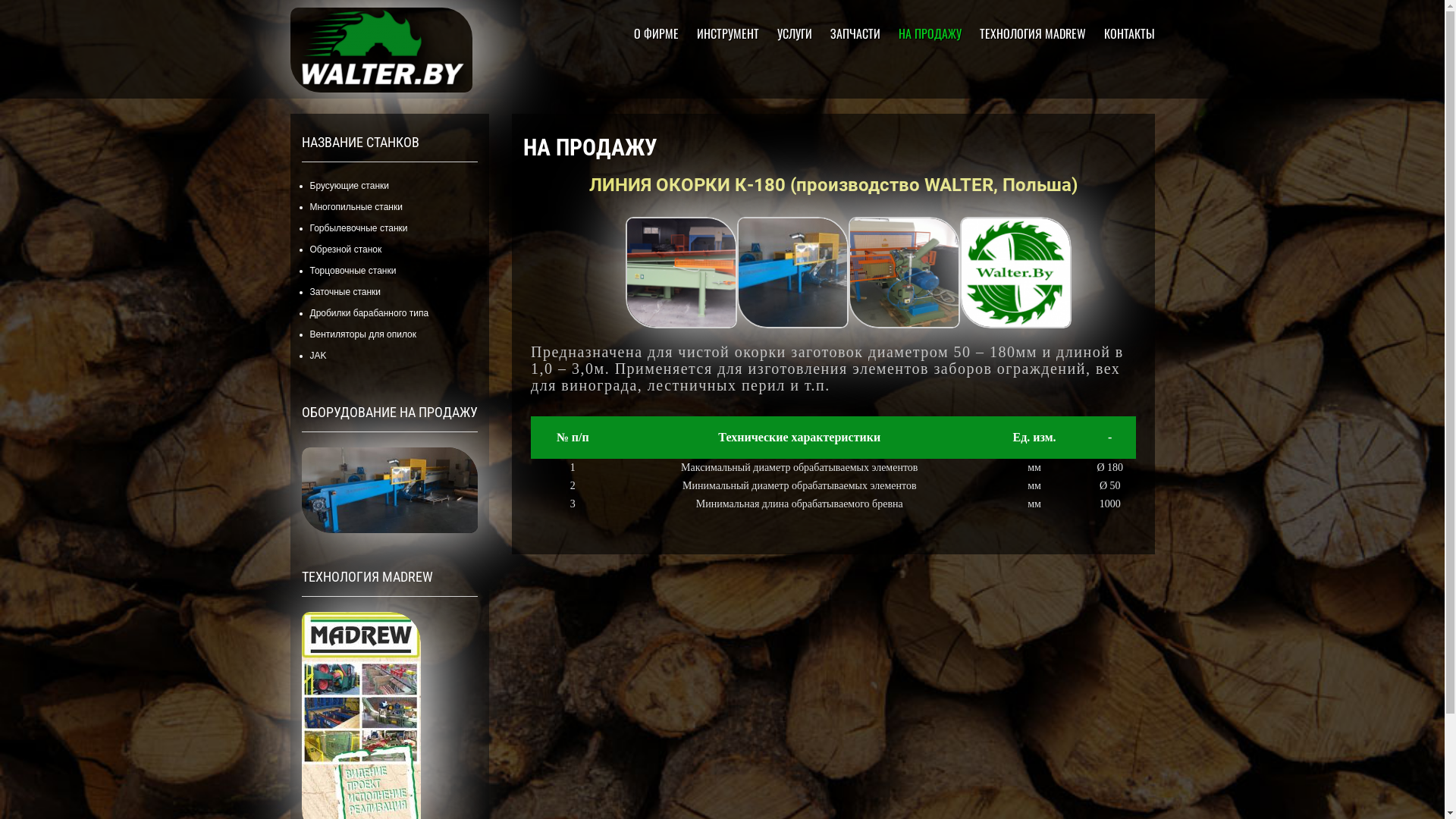 This screenshot has height=819, width=1456. What do you see at coordinates (316, 356) in the screenshot?
I see `'JAK'` at bounding box center [316, 356].